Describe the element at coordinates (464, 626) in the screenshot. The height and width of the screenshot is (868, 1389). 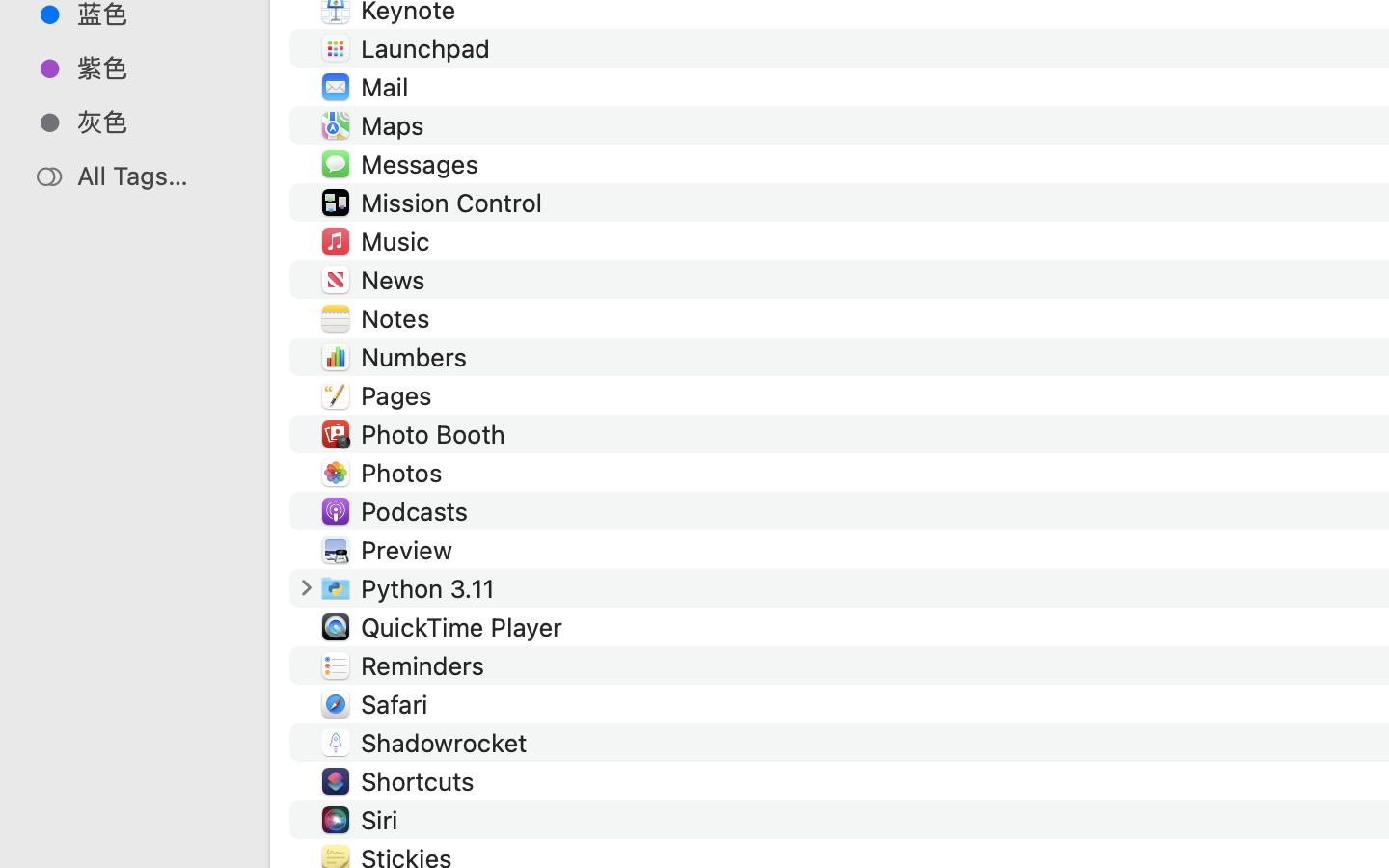
I see `'QuickTime Player'` at that location.